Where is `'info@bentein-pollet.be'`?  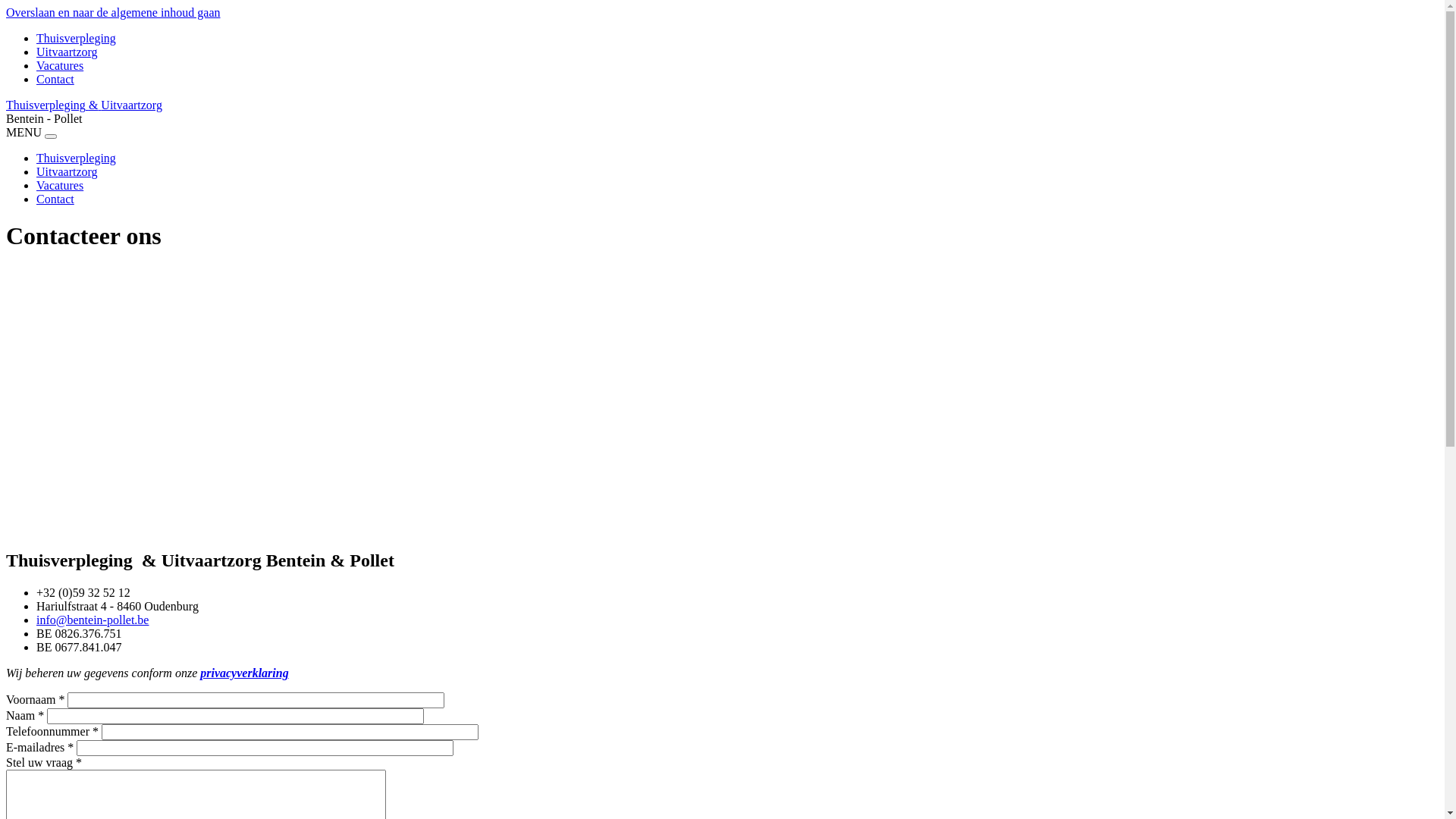
'info@bentein-pollet.be' is located at coordinates (91, 620).